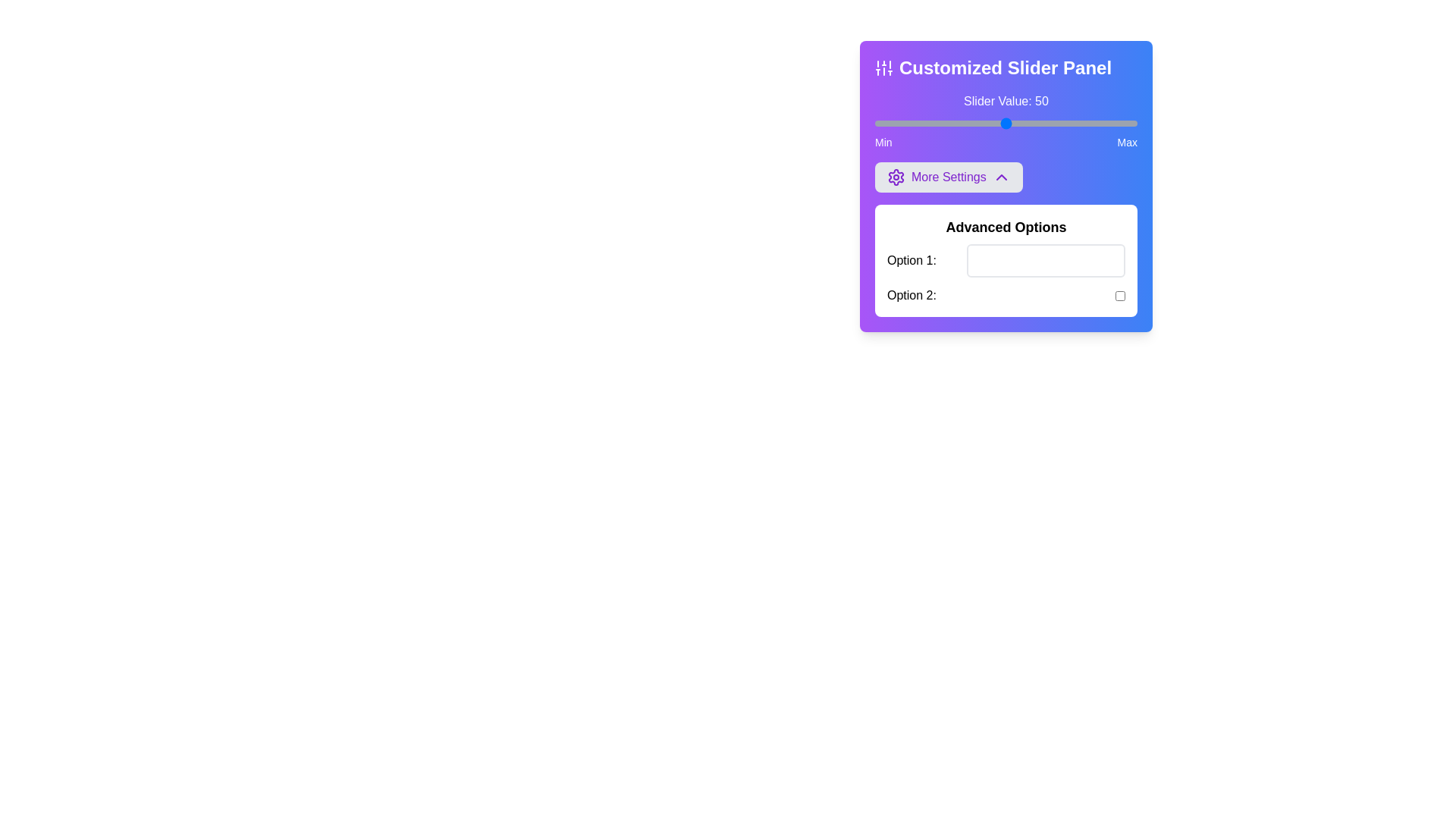  I want to click on the slider's value, so click(1027, 122).